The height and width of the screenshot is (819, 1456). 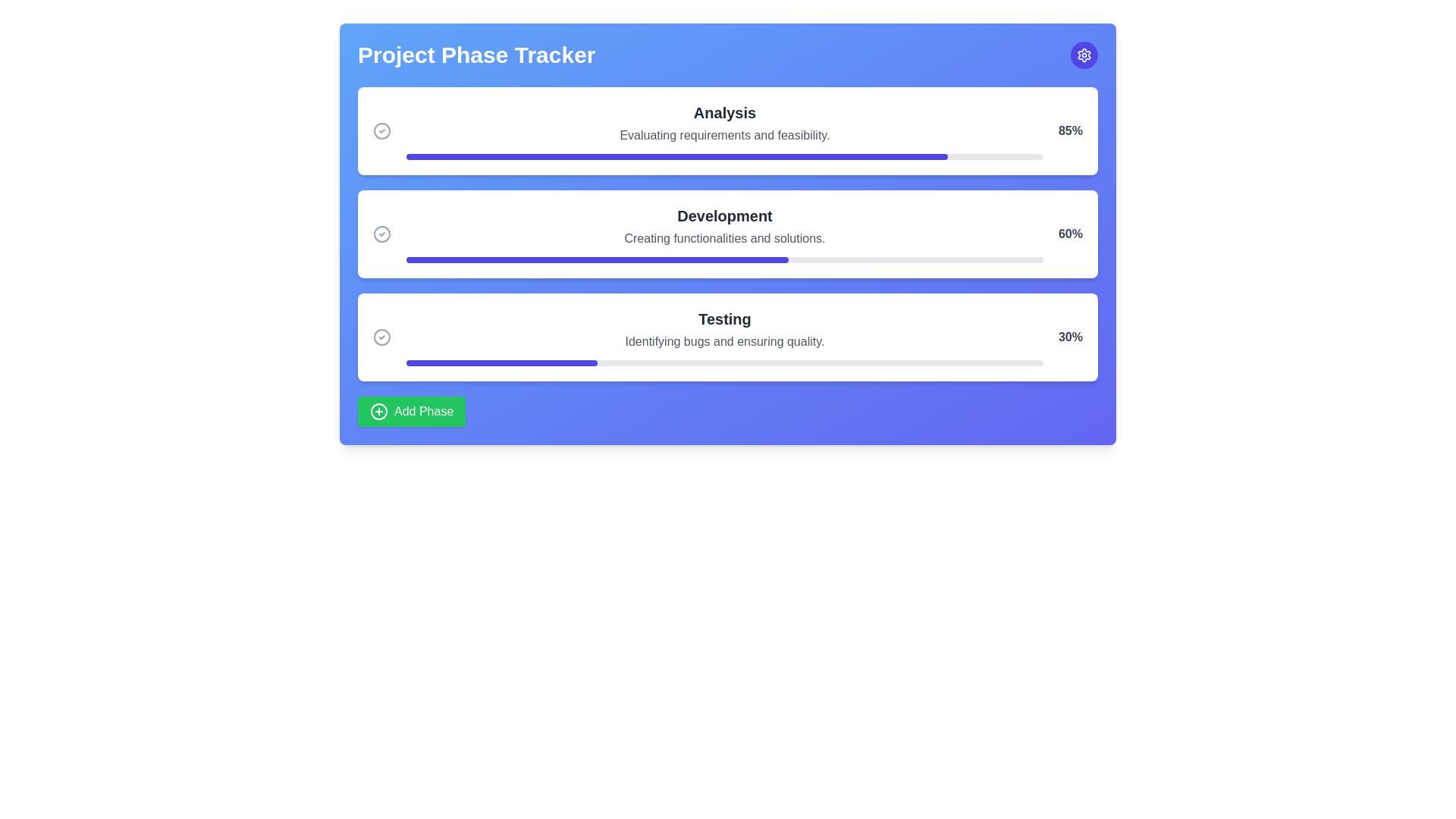 I want to click on the circular check icon to observe the cascading effects on nearby elements in the 'Analysis' section, so click(x=382, y=130).